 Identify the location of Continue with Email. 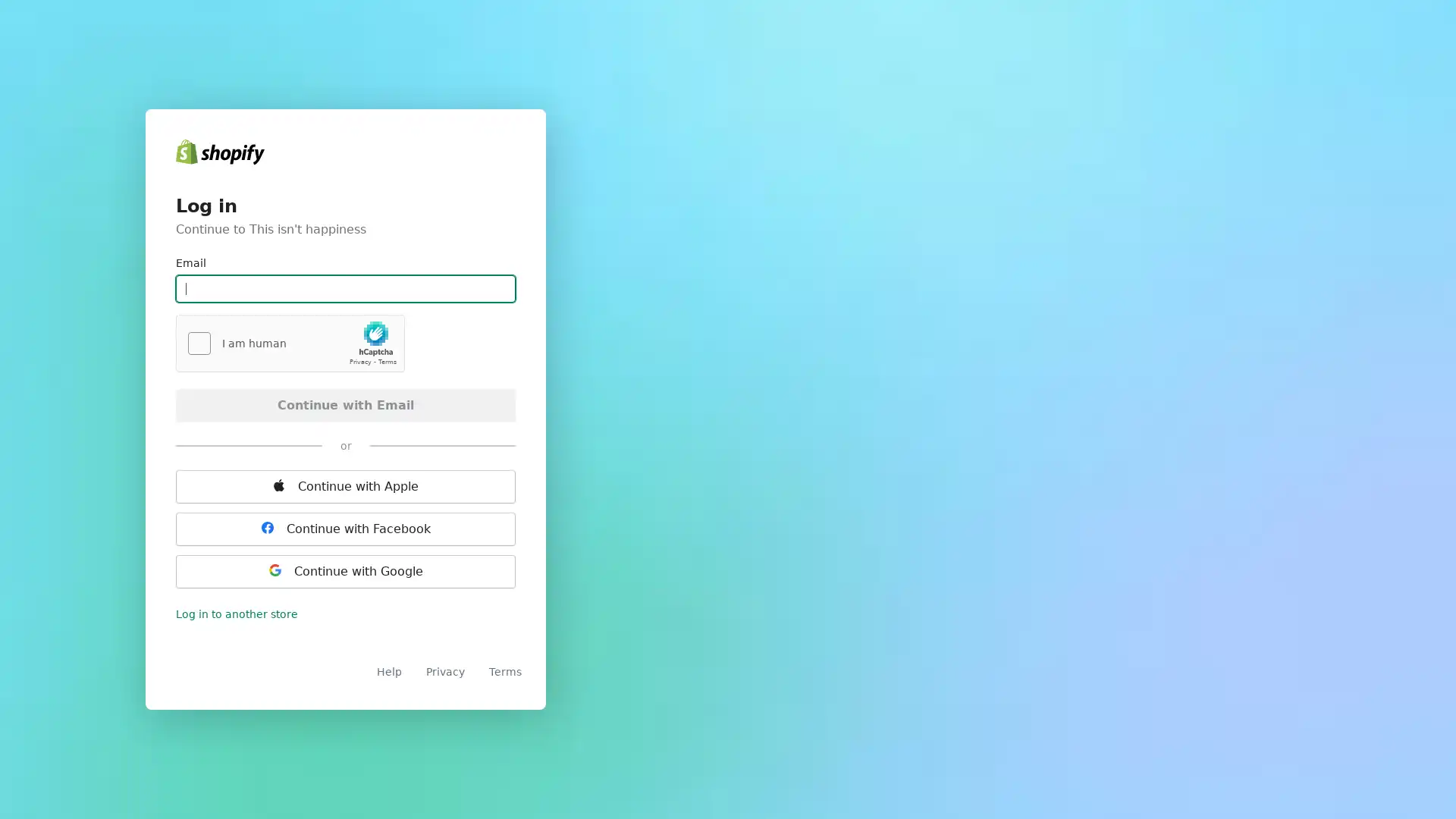
(345, 403).